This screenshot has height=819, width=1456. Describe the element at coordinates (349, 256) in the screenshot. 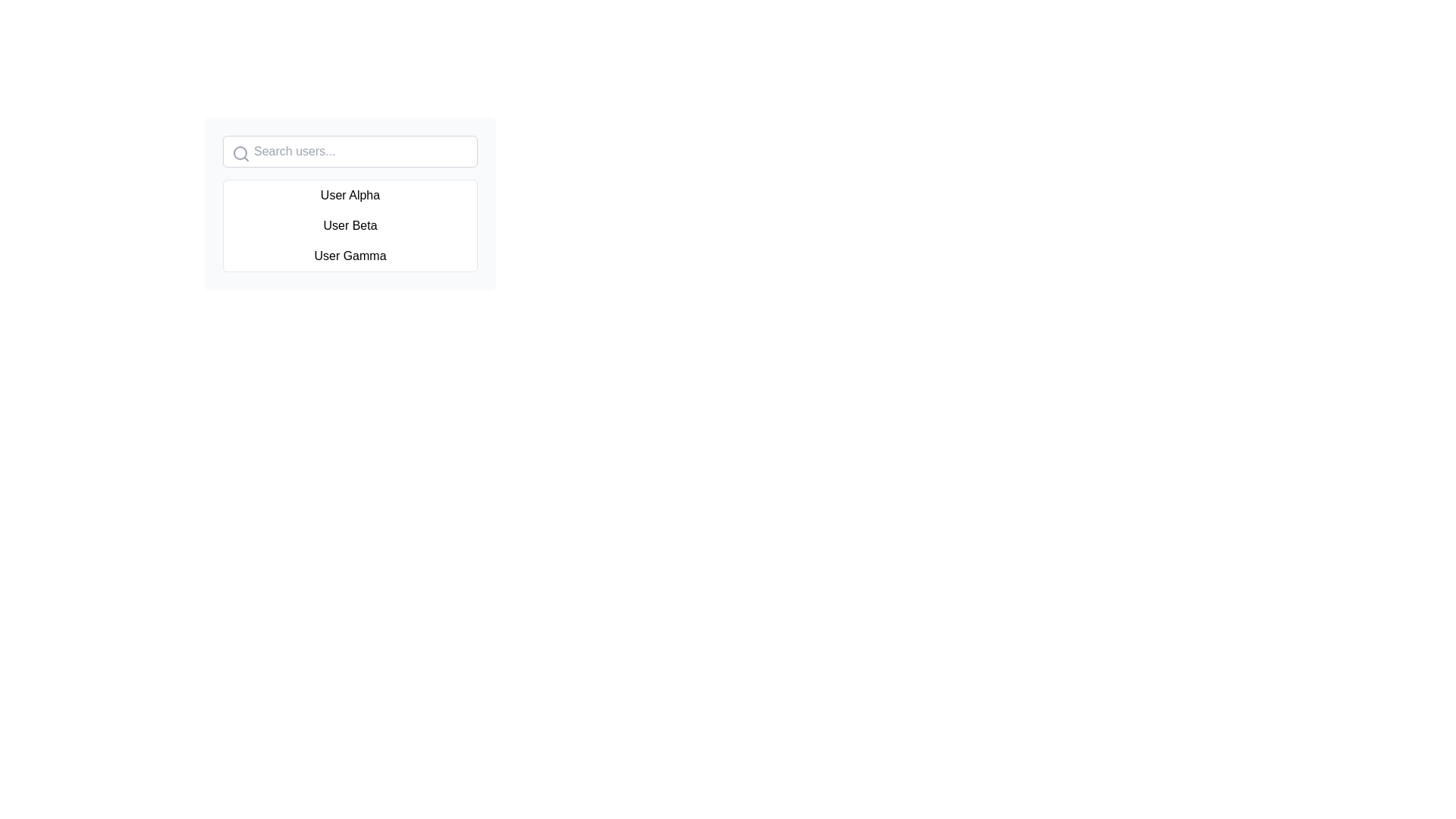

I see `the list item displaying the text 'User Gamma'` at that location.